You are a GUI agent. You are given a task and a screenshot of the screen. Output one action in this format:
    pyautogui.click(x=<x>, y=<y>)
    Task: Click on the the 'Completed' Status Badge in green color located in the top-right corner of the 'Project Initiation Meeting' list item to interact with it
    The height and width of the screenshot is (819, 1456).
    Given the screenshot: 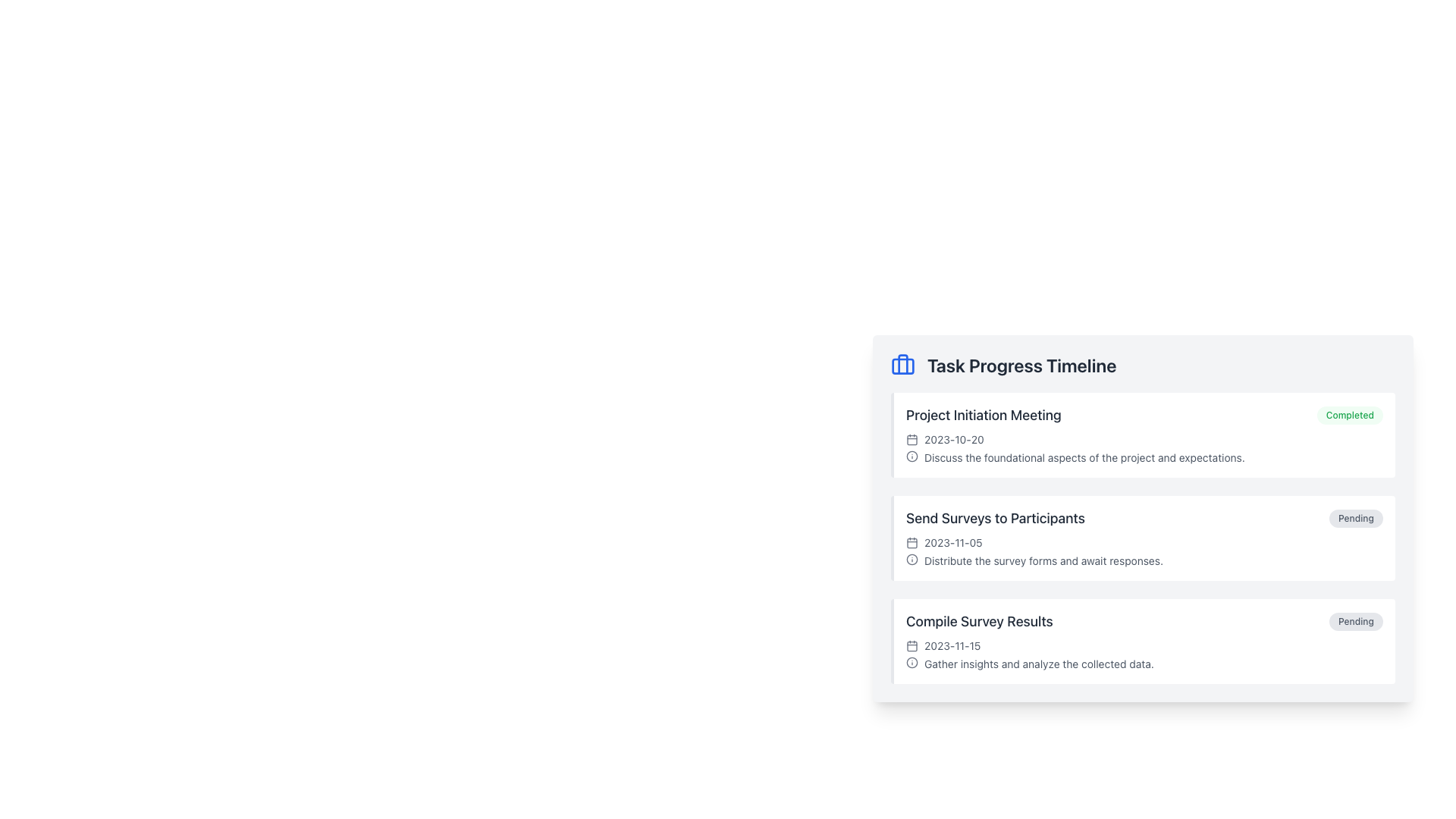 What is the action you would take?
    pyautogui.click(x=1350, y=415)
    